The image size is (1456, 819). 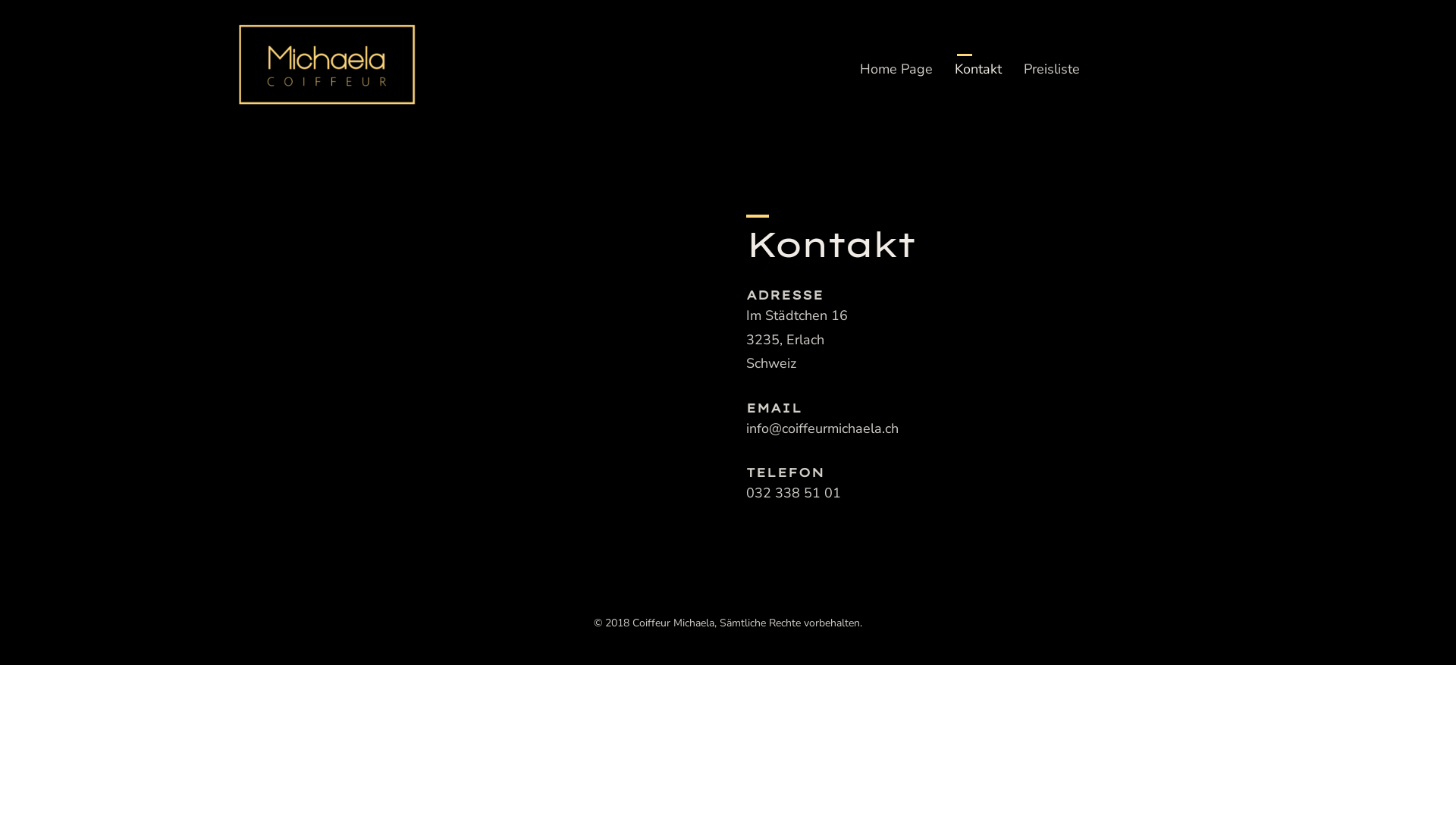 I want to click on '032 338 51 01', so click(x=792, y=494).